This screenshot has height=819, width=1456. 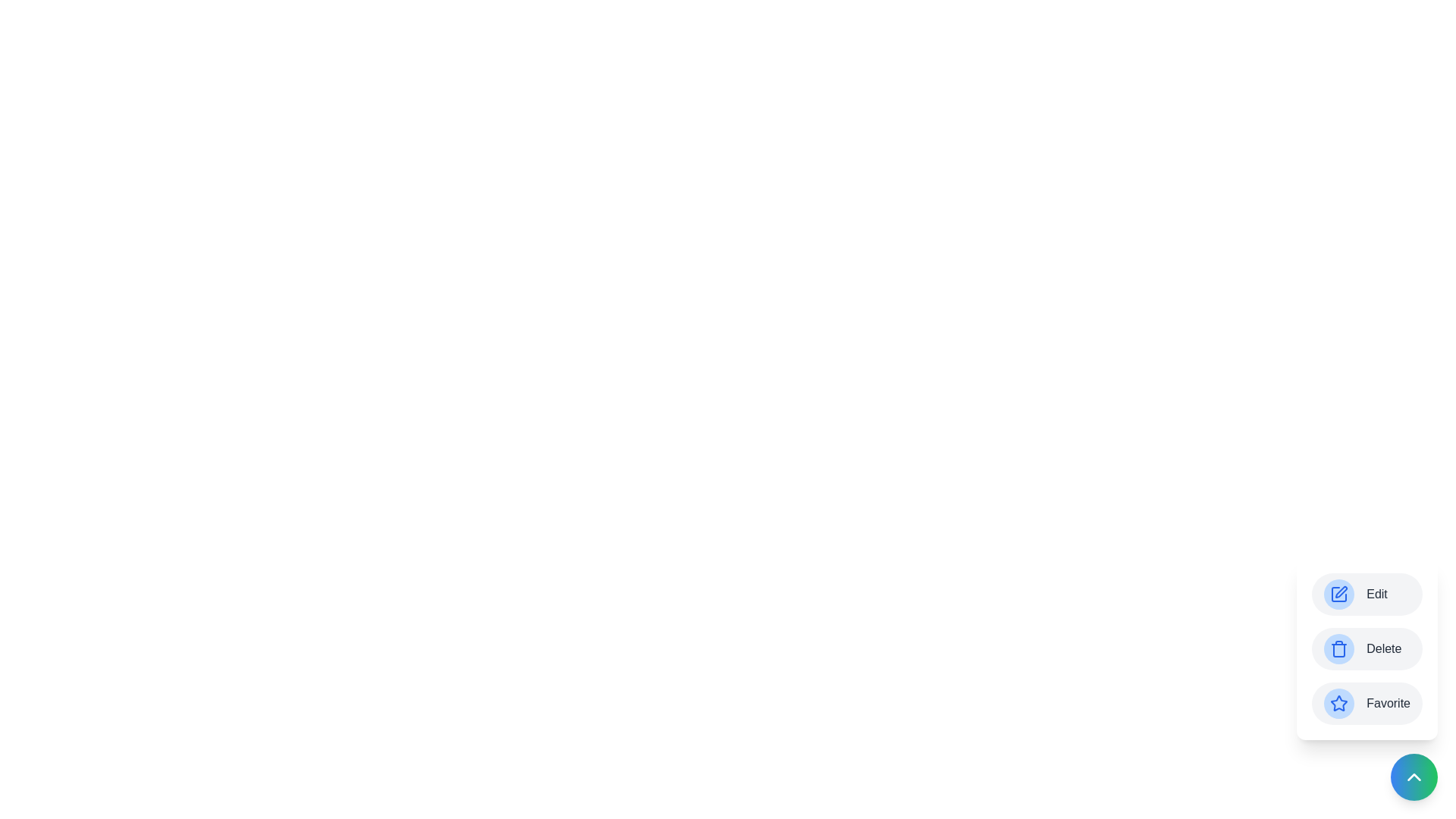 I want to click on the 'Edit' button to trigger its action, so click(x=1367, y=593).